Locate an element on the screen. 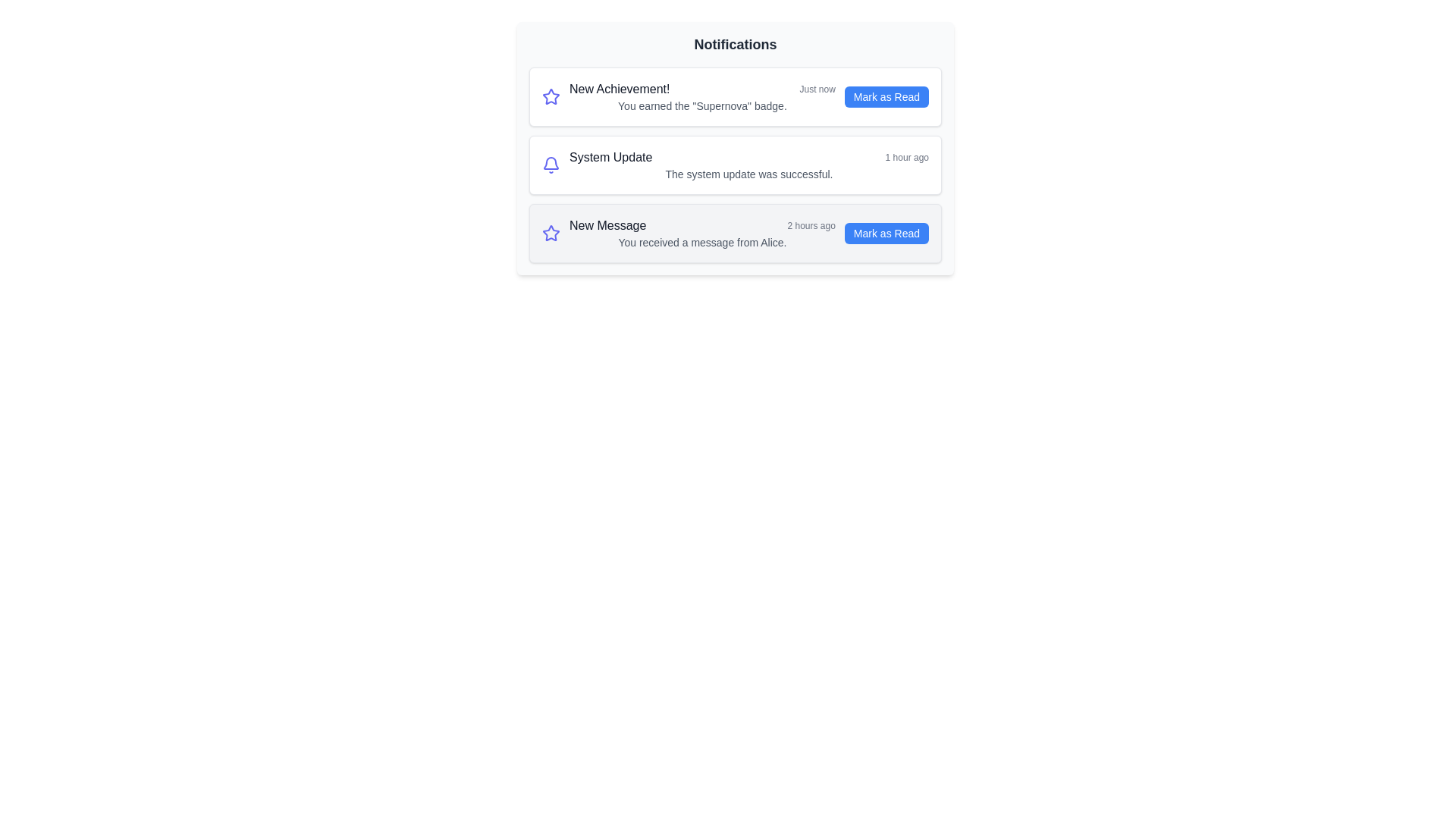  the 'Mark as Read' button with a blue background and white text, located on the far-right side of the 'New Achievement!' notification to mark it as read is located at coordinates (886, 96).